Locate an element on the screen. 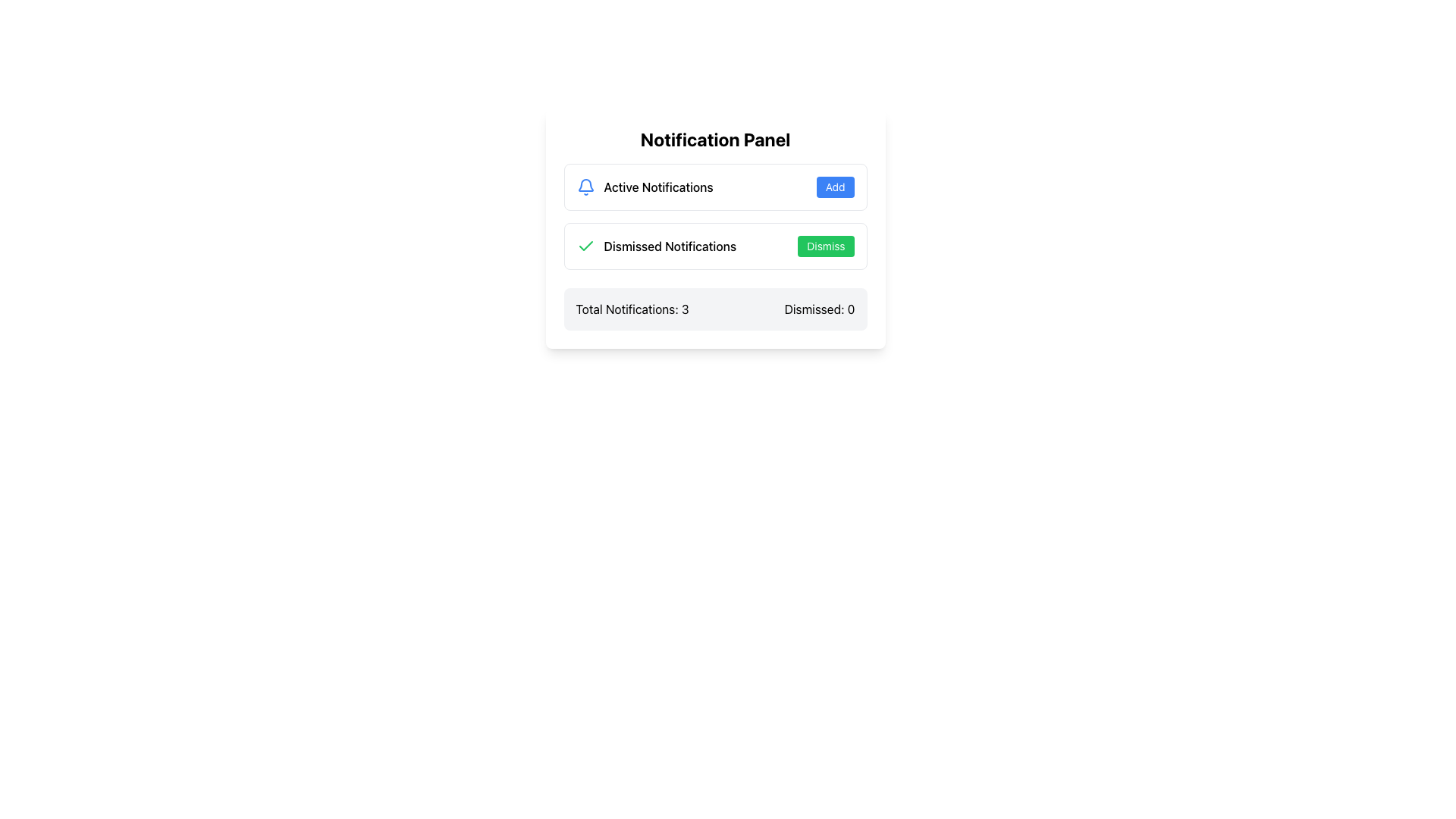  the 'Dismissed Notifications' label with the green checkmark icon located in the notification card is located at coordinates (656, 245).